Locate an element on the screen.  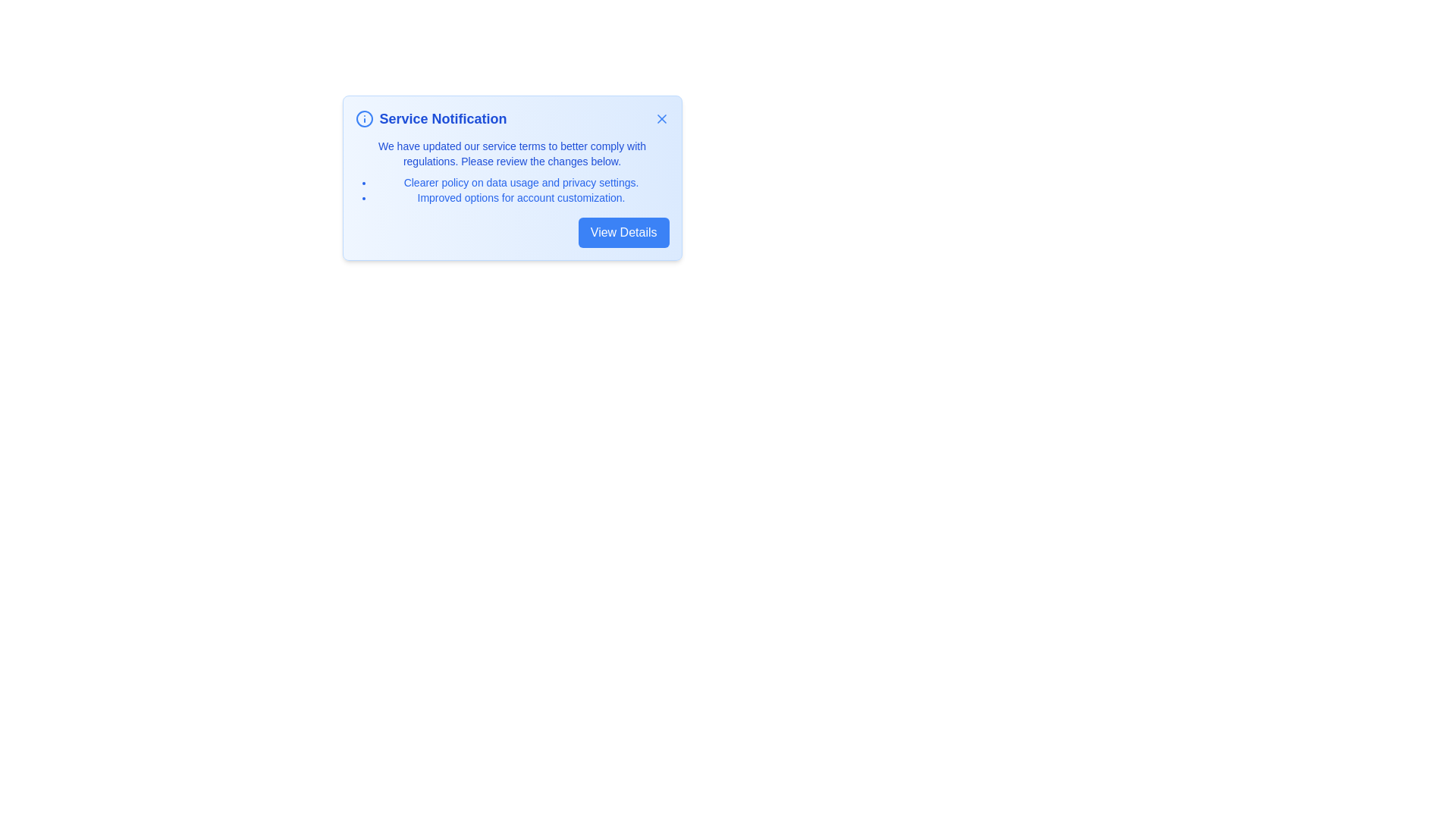
the informational icon to display its significance is located at coordinates (364, 118).